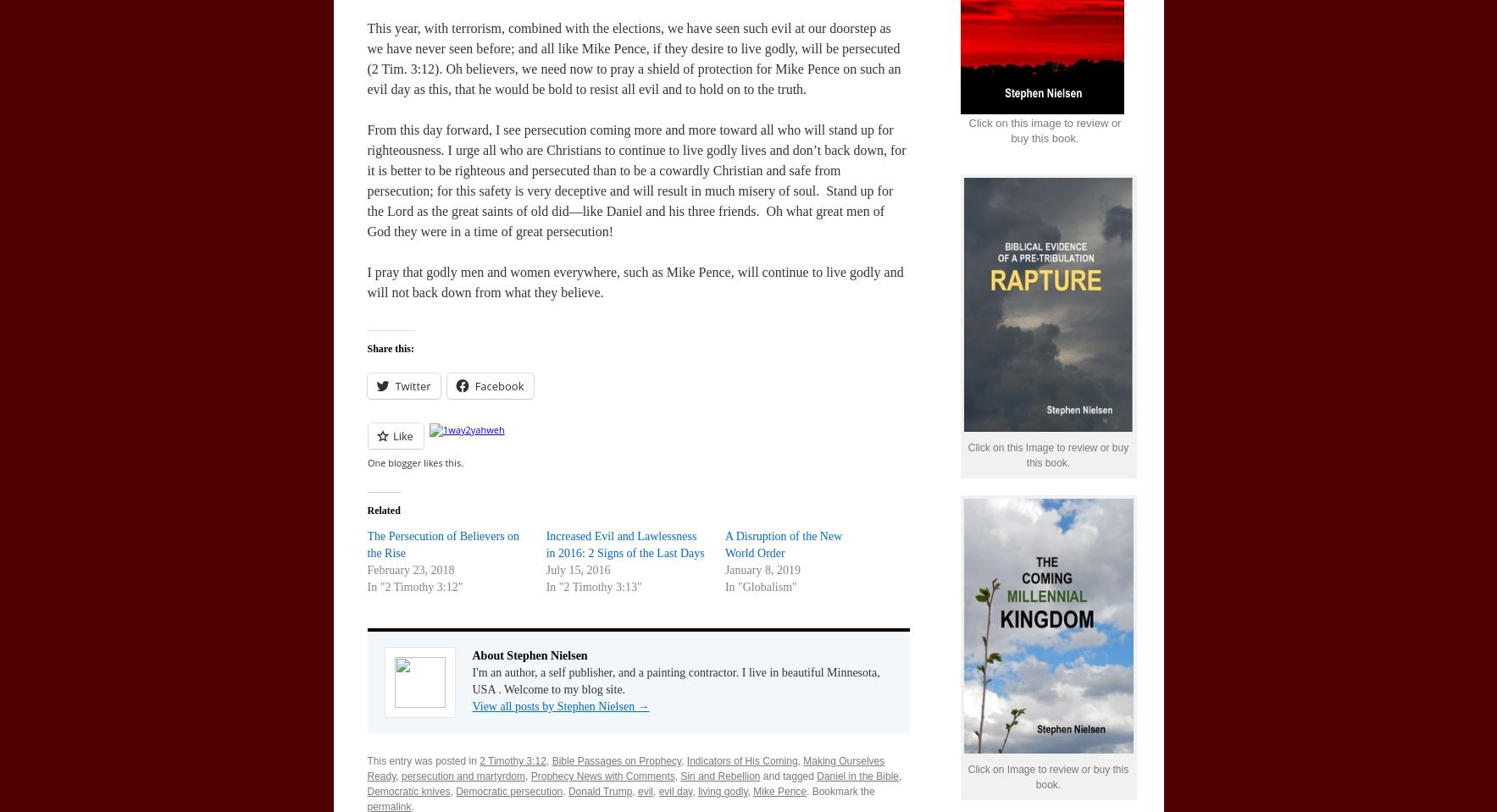 Image resolution: width=1497 pixels, height=812 pixels. I want to click on 'This entry was posted in', so click(423, 760).